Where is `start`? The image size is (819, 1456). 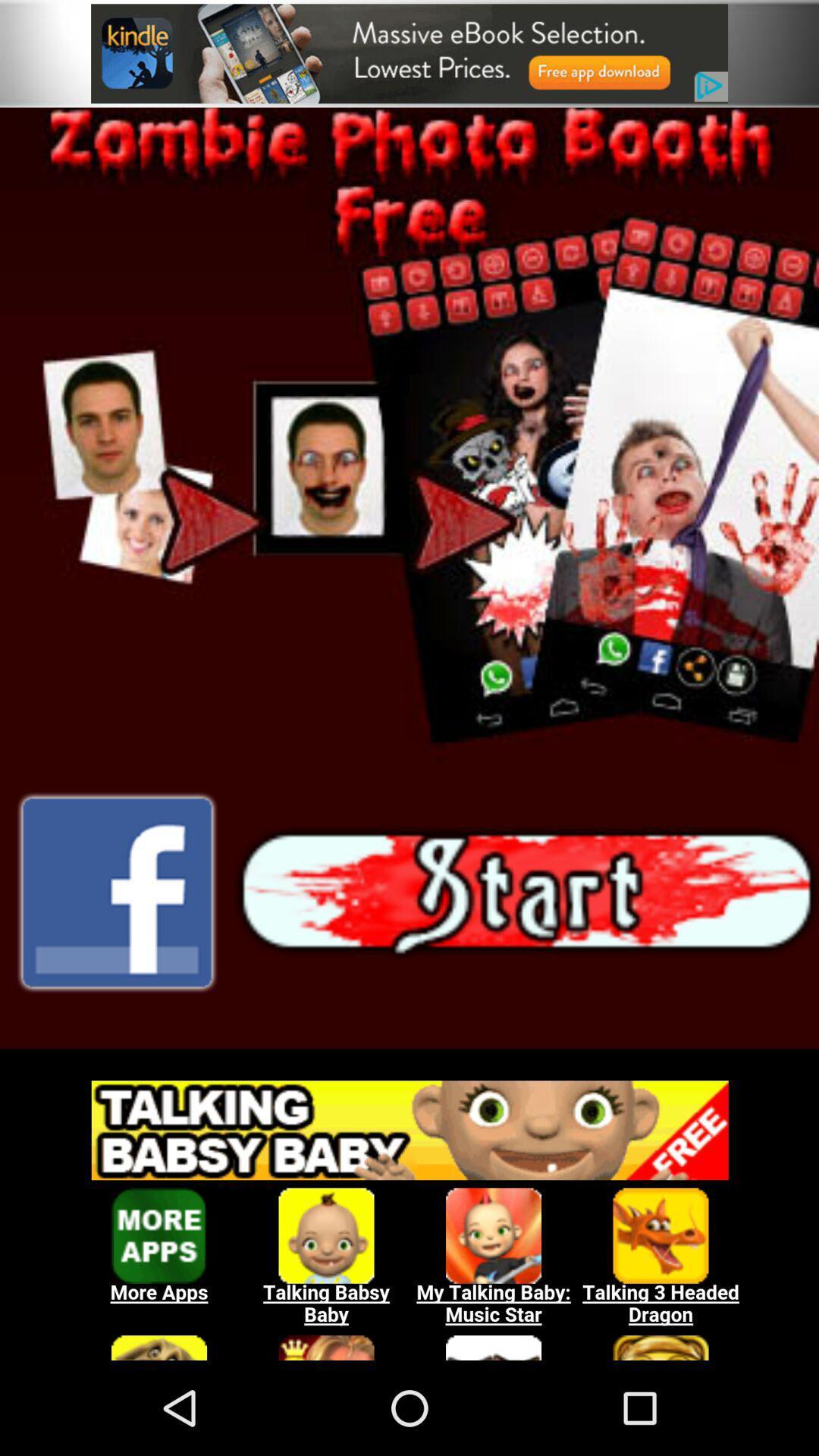 start is located at coordinates (526, 893).